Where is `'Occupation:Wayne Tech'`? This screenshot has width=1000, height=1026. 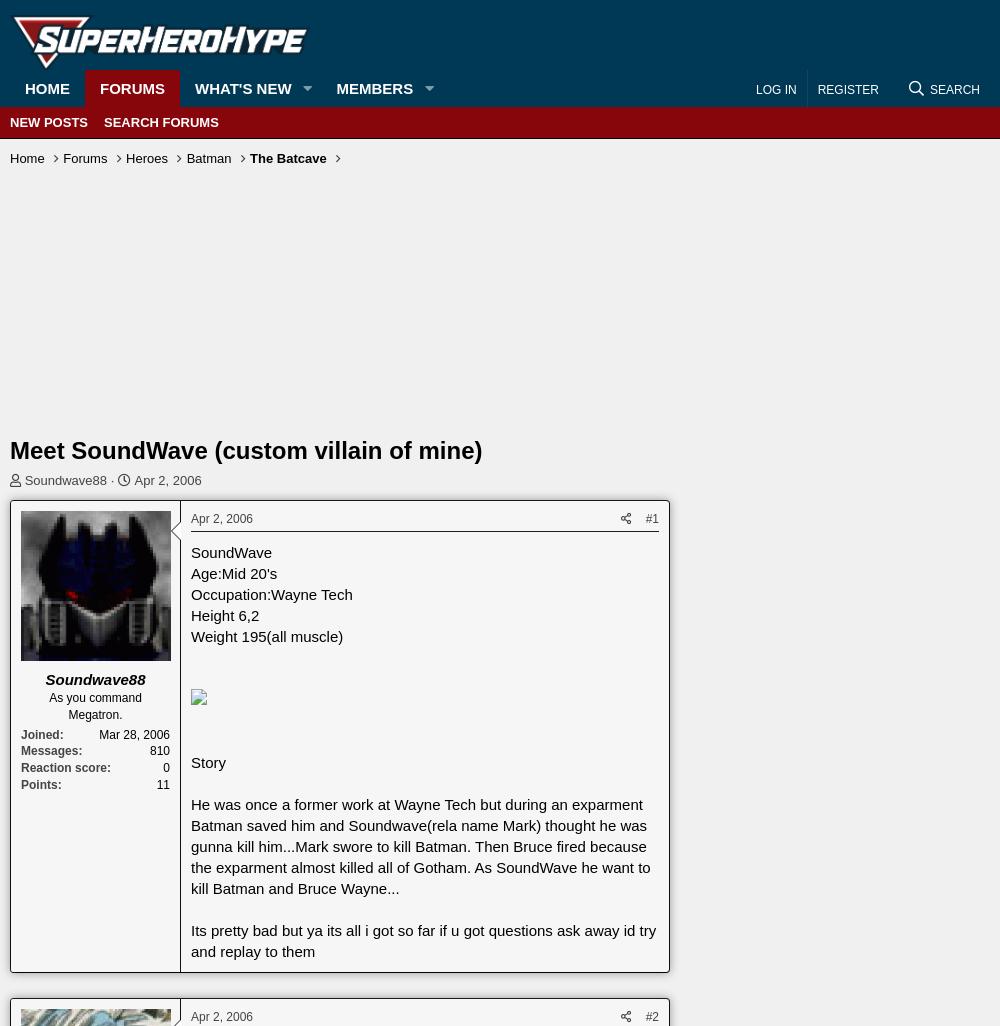
'Occupation:Wayne Tech' is located at coordinates (190, 593).